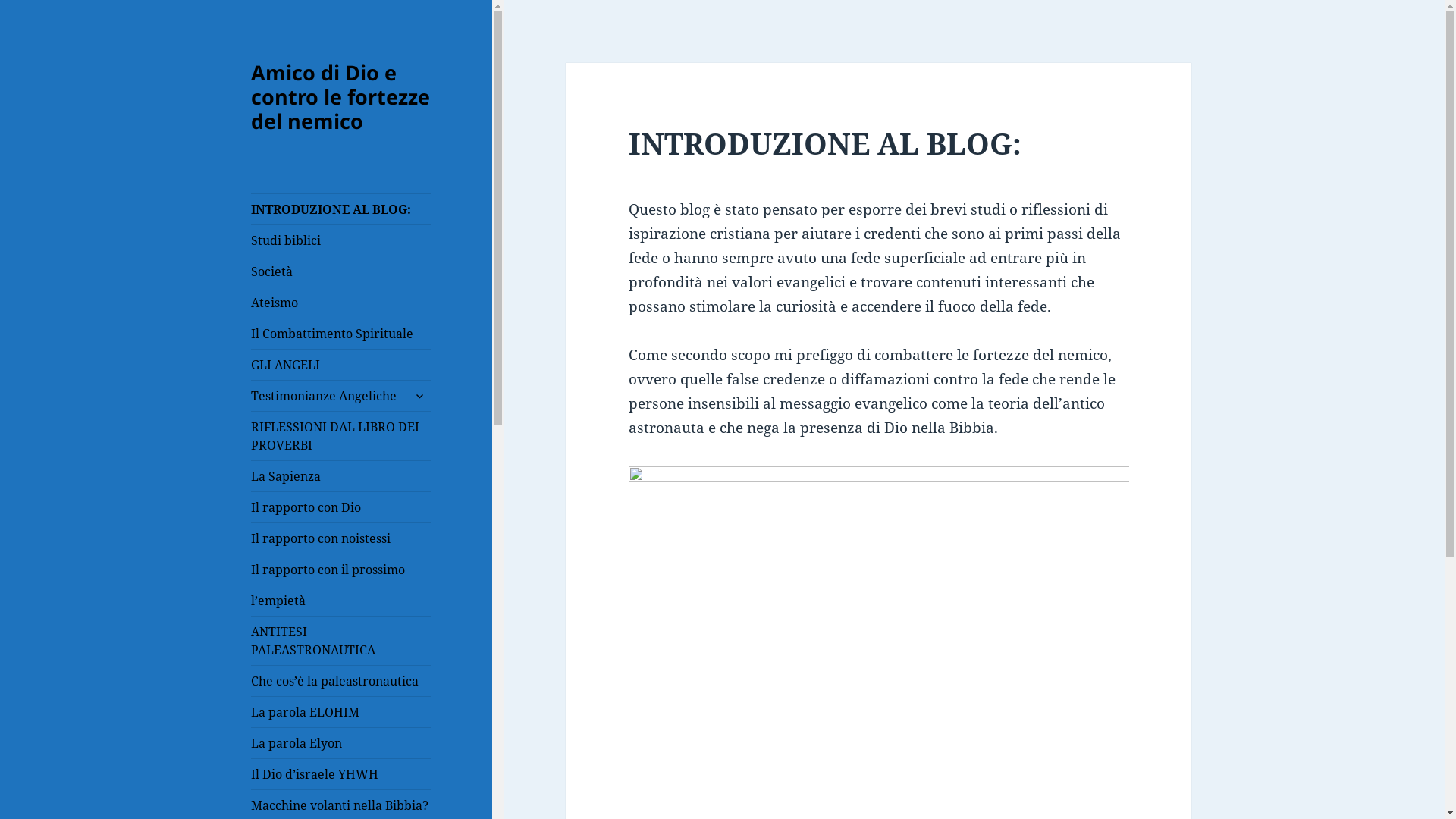 The image size is (1456, 819). I want to click on 'La parola Elyon', so click(340, 742).